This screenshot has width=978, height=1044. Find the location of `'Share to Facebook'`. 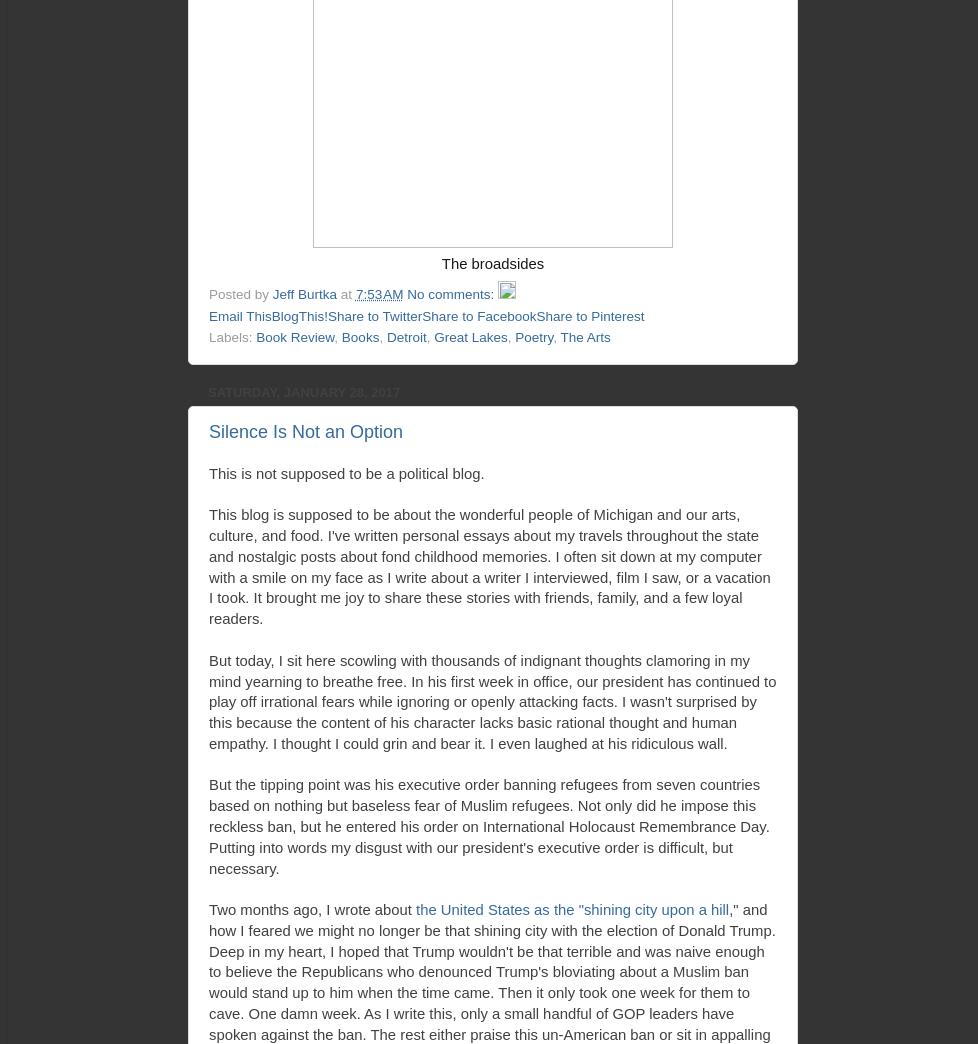

'Share to Facebook' is located at coordinates (478, 314).